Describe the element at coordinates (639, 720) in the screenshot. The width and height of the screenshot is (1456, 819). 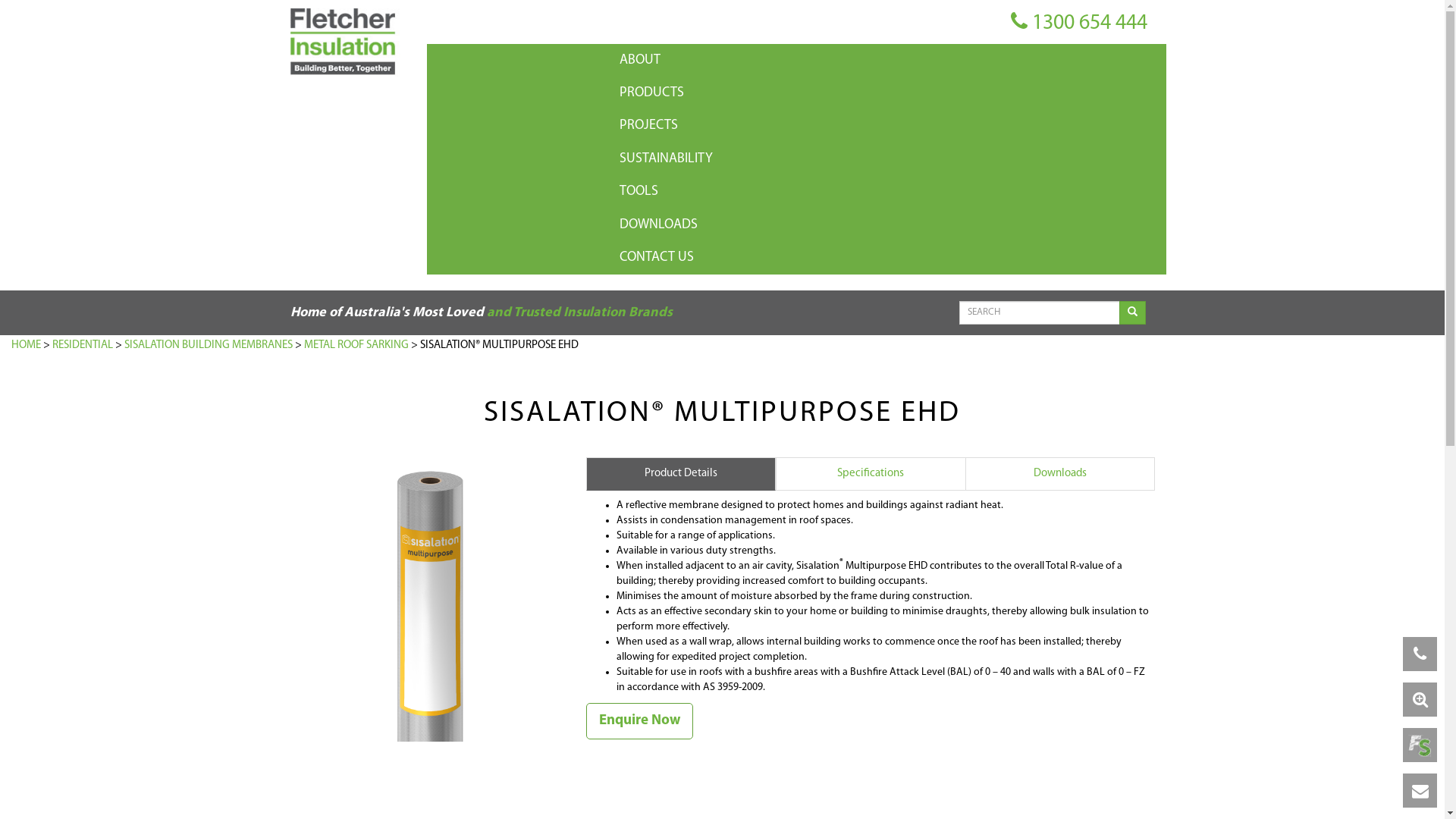
I see `'Enquire Now'` at that location.